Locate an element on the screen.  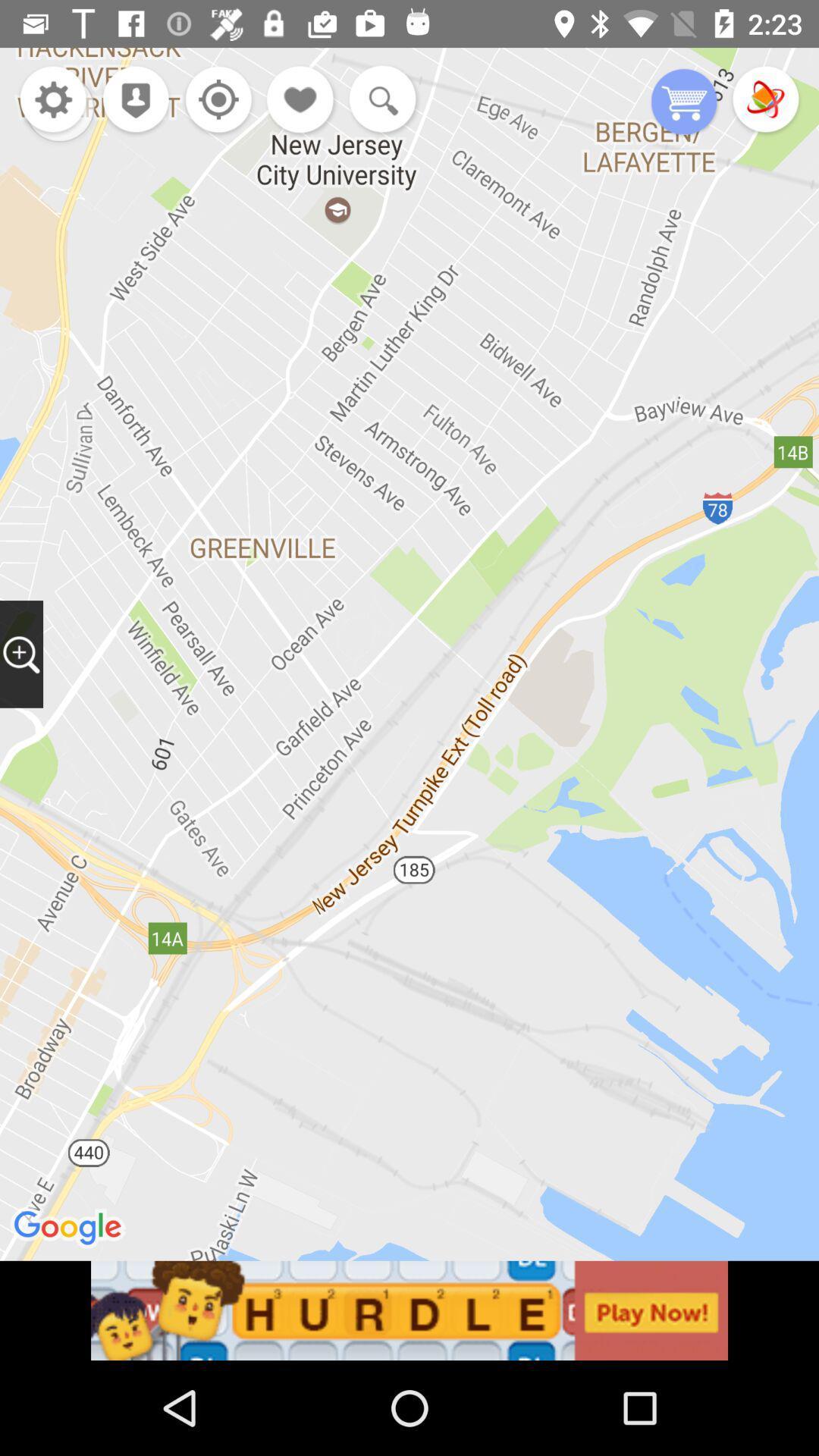
like button is located at coordinates (301, 100).